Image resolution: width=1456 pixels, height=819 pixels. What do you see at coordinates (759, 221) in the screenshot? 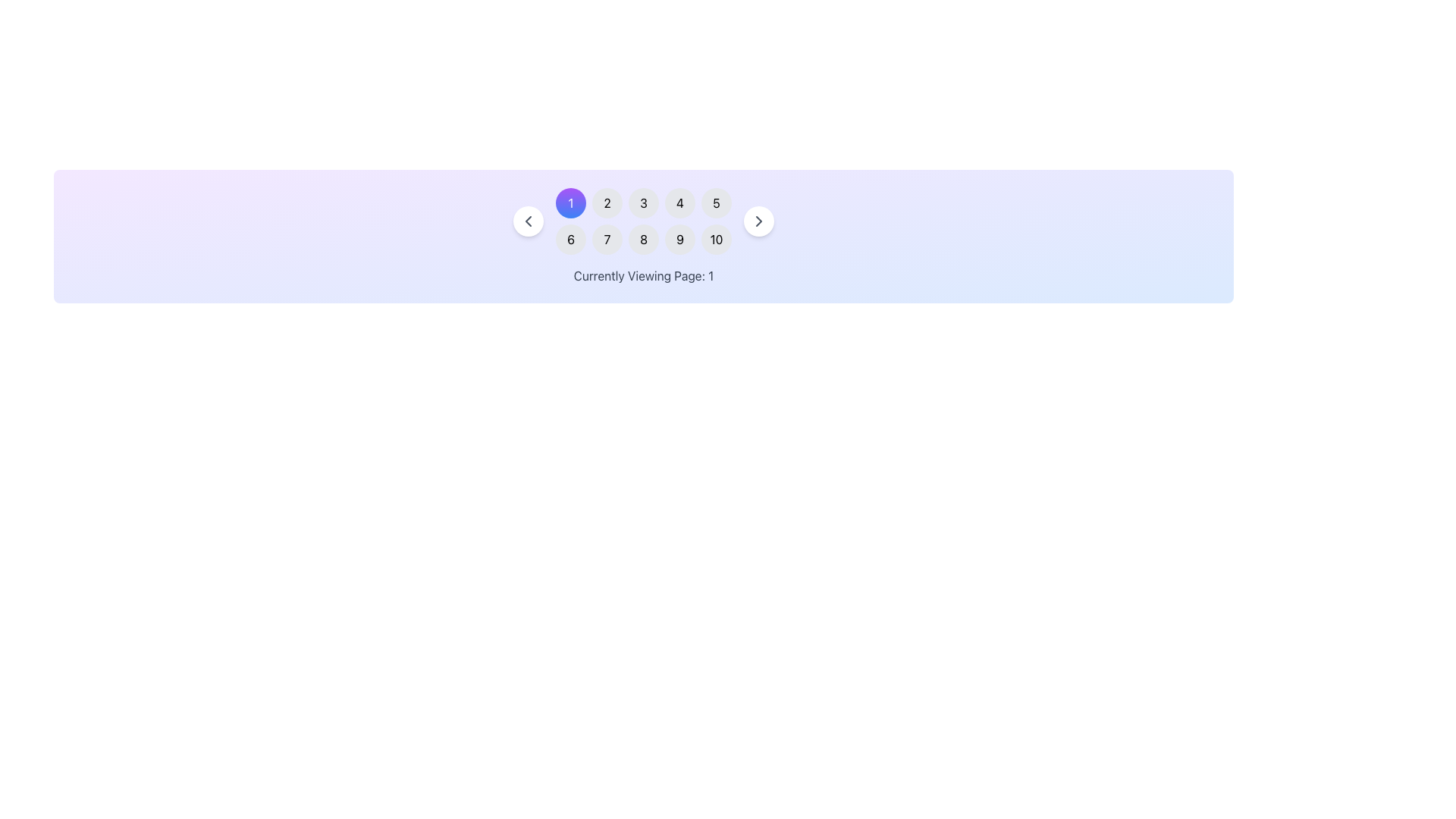
I see `the 'Next Page' button located in the pagination section on the rightmost side` at bounding box center [759, 221].